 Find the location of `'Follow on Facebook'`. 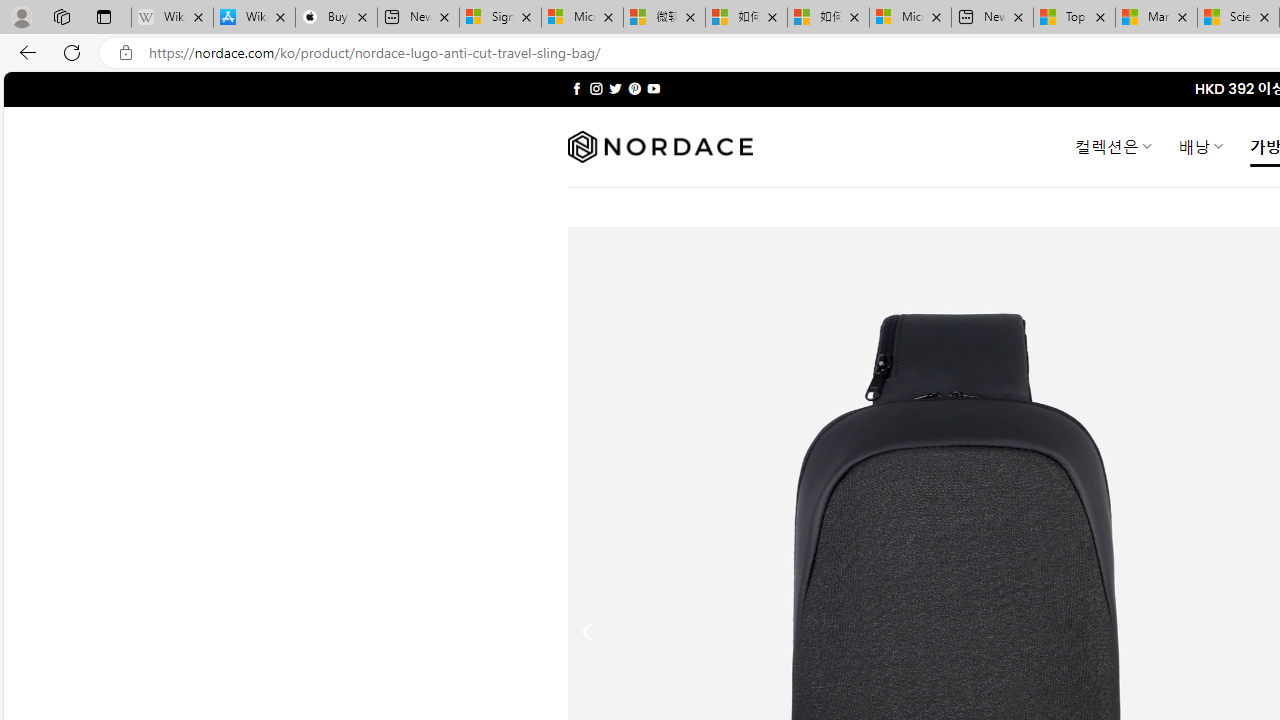

'Follow on Facebook' is located at coordinates (576, 88).